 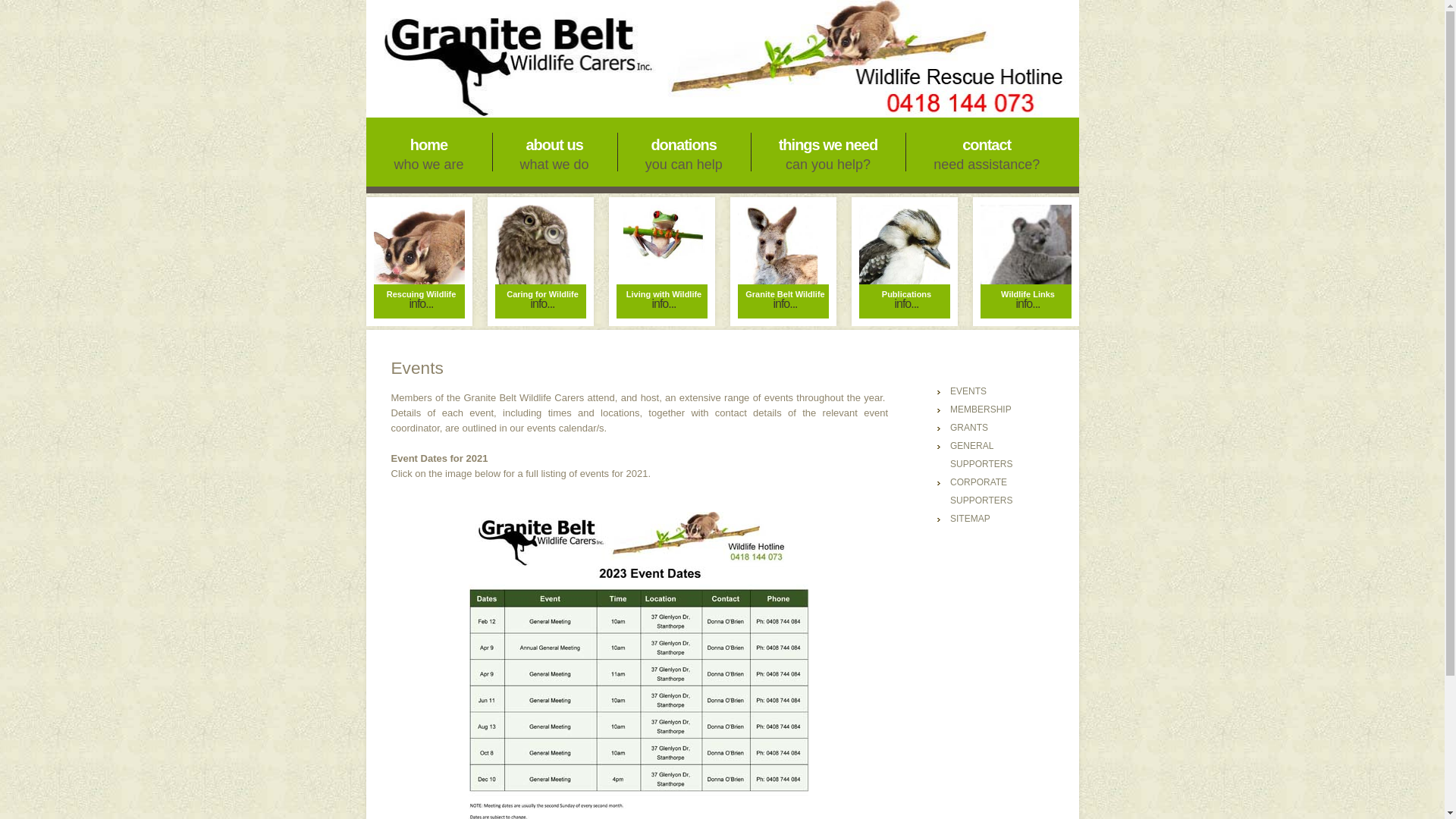 What do you see at coordinates (428, 303) in the screenshot?
I see `'info...'` at bounding box center [428, 303].